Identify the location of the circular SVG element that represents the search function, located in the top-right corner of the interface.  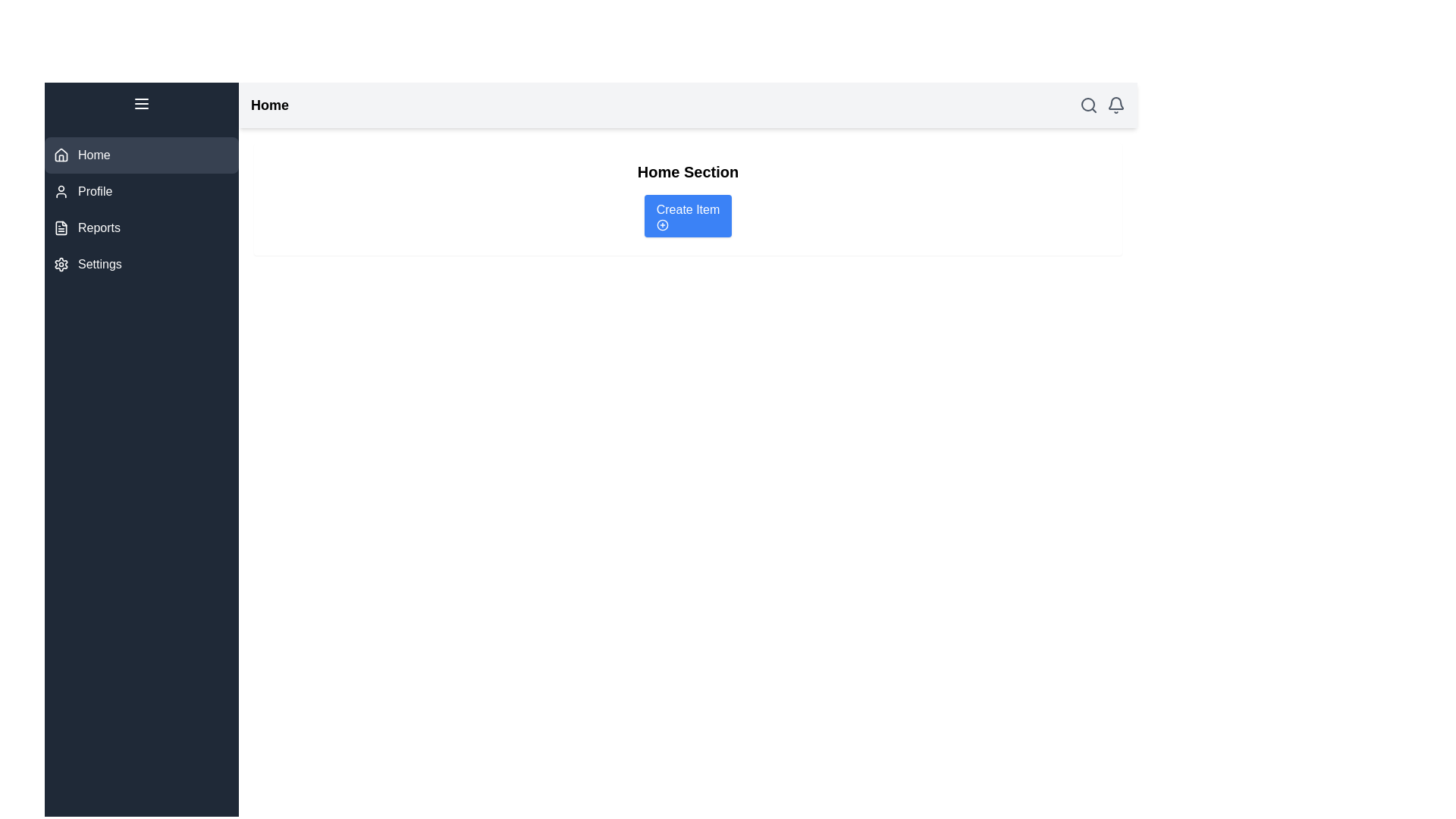
(1087, 104).